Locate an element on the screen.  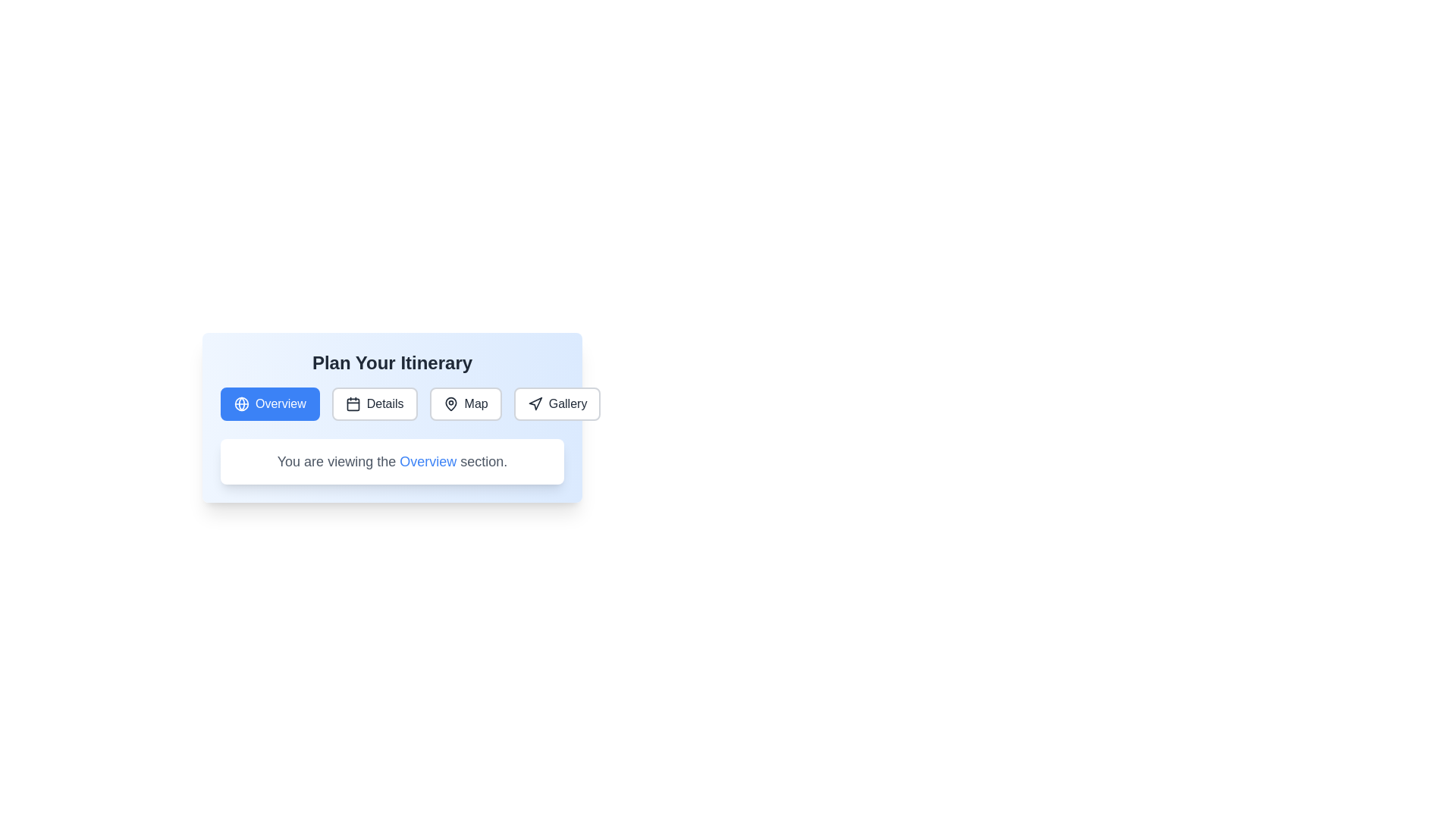
the 'Map' button, which is the third button in a horizontal group of four buttons labeled 'Overview,' 'Details,' 'Map,' and 'Gallery' is located at coordinates (465, 403).